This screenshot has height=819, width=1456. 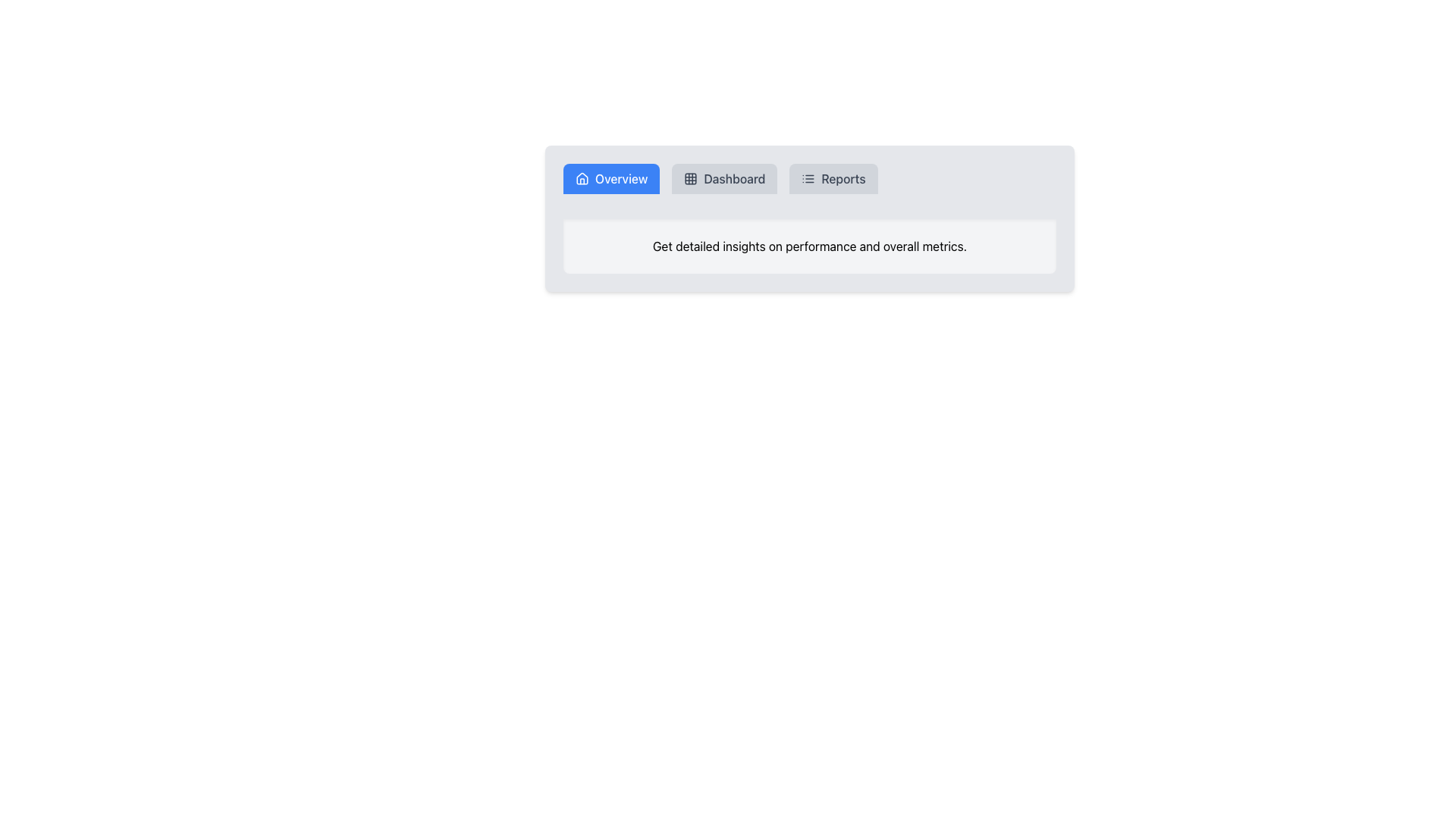 What do you see at coordinates (734, 177) in the screenshot?
I see `the 'Dashboard' text label, which is styled in medium font weight and dark gray color, located in the horizontal navigation bar between 'Overview' and 'Reports'` at bounding box center [734, 177].